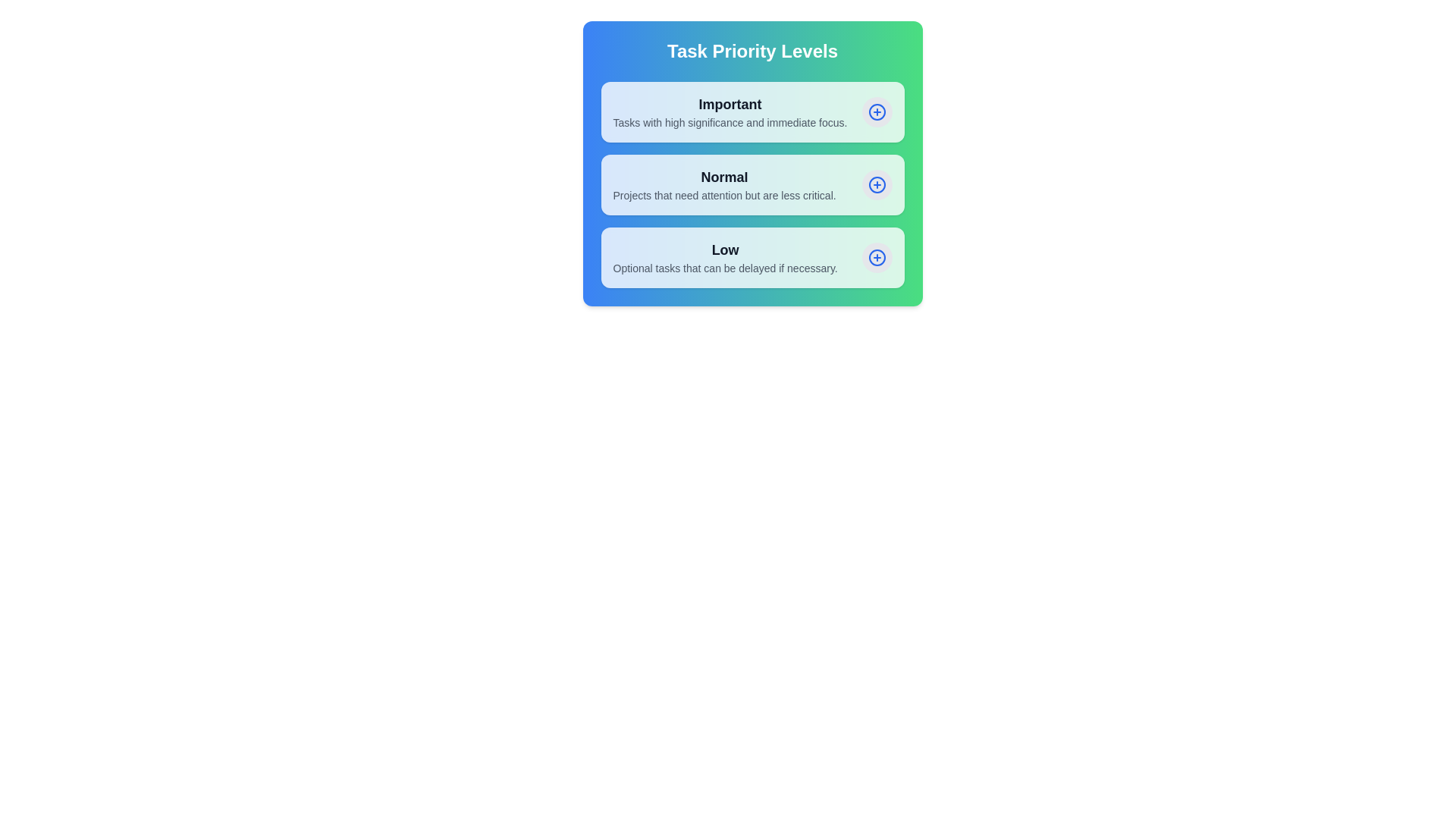 The image size is (1456, 819). I want to click on descriptive text content of the 'Low' priority category label located in the bottom-most card segment of the 'Task Priority Levels' layout, positioned directly under the bold 'Low' label, so click(724, 268).